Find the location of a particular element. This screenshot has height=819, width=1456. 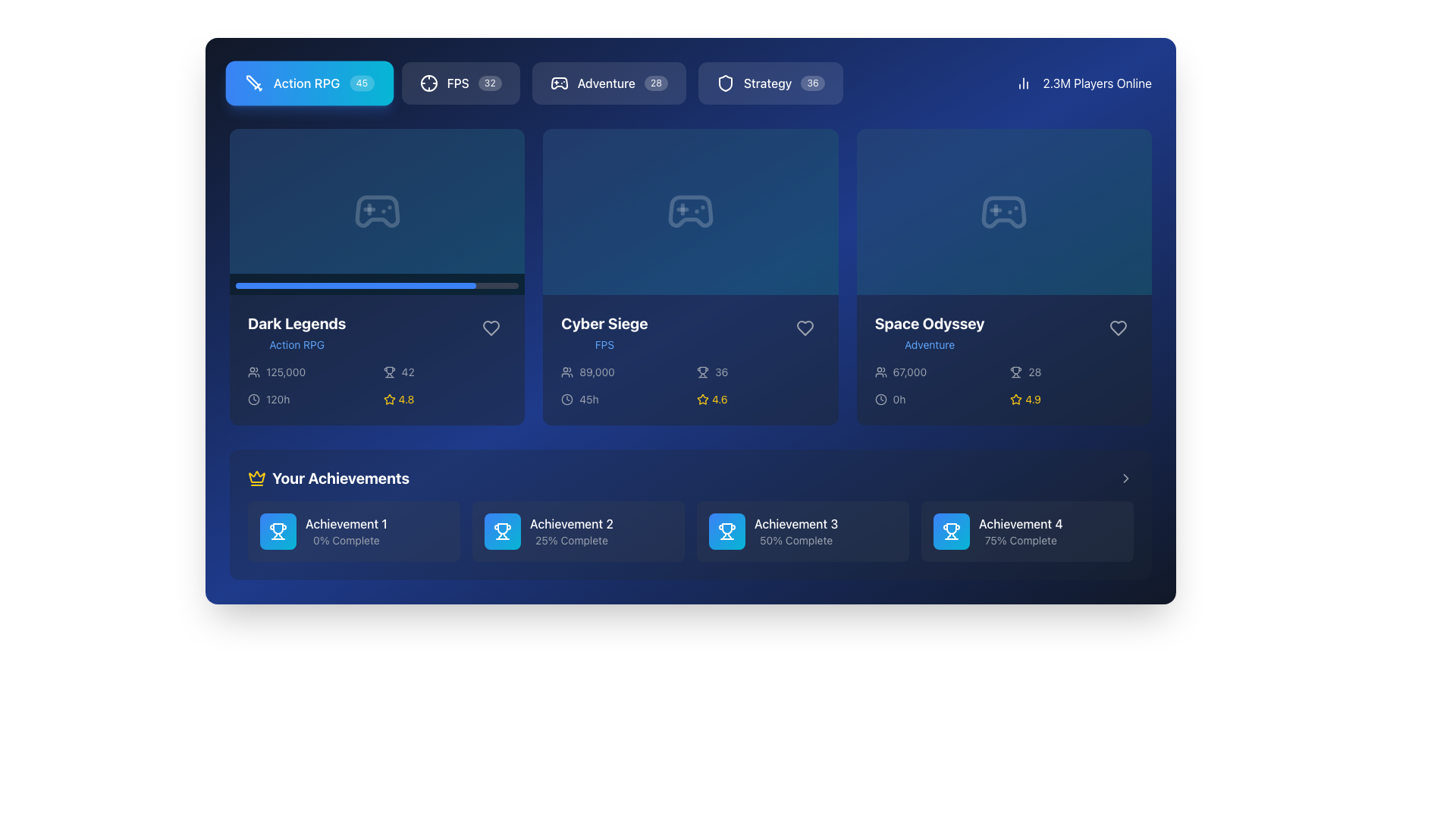

the achievement icon located in the second card section labeled 'Cyber Siege', positioned to the left of the numeric value '36' is located at coordinates (701, 372).